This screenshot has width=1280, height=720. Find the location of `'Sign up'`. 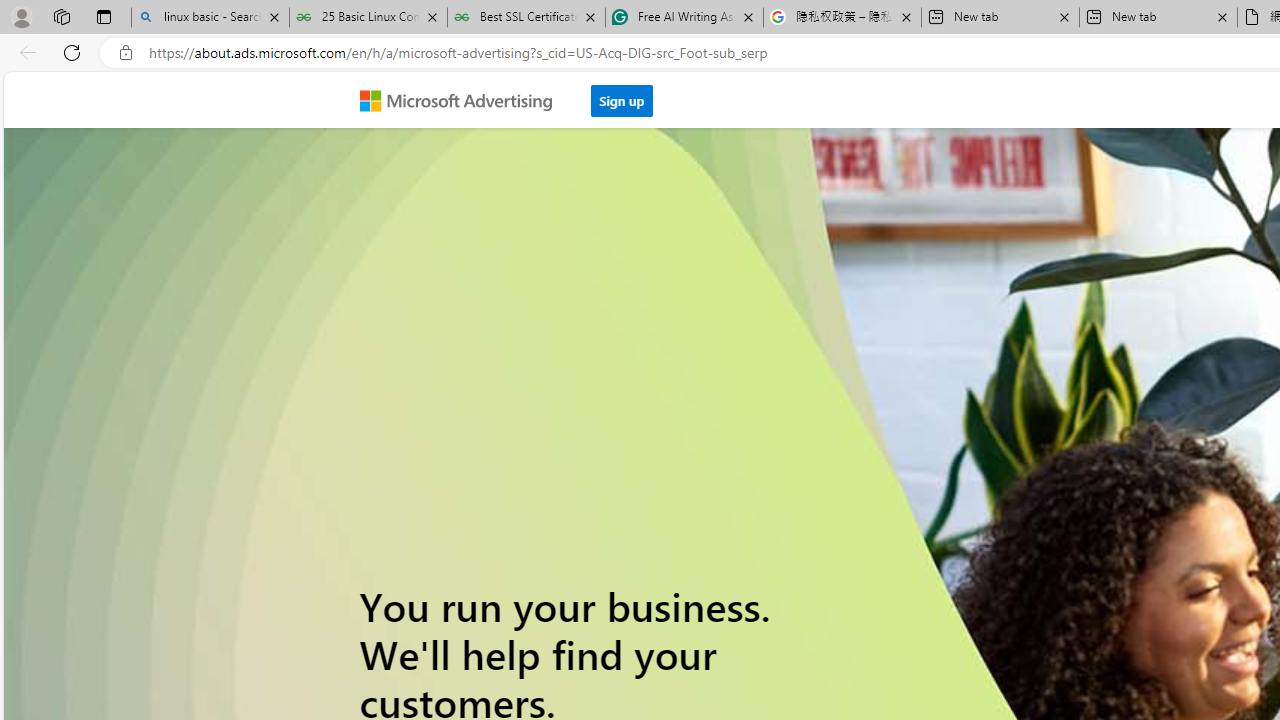

'Sign up' is located at coordinates (621, 100).